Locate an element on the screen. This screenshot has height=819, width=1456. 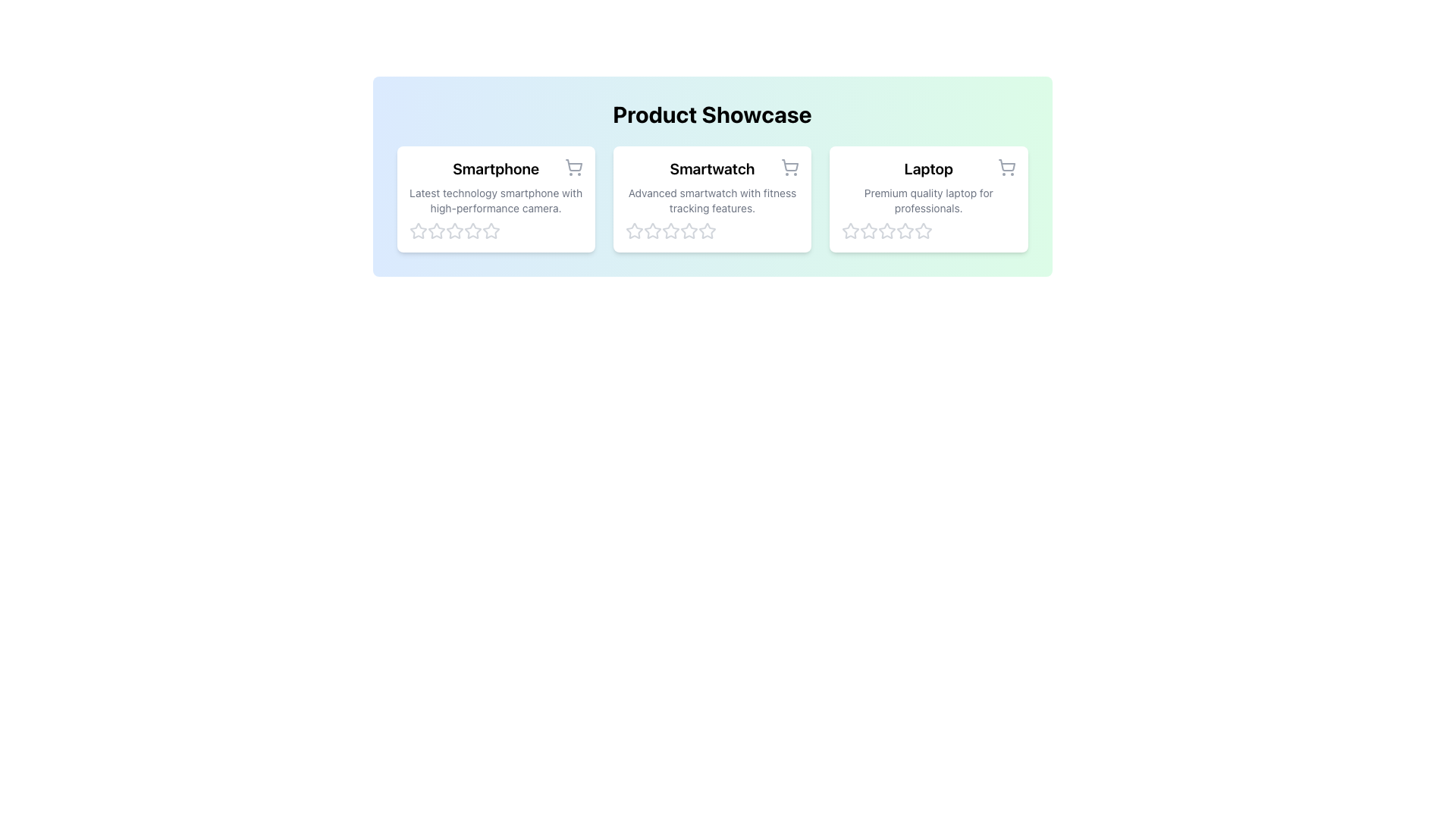
the fourth star in the rating system under the 'Laptop' product card is located at coordinates (923, 231).